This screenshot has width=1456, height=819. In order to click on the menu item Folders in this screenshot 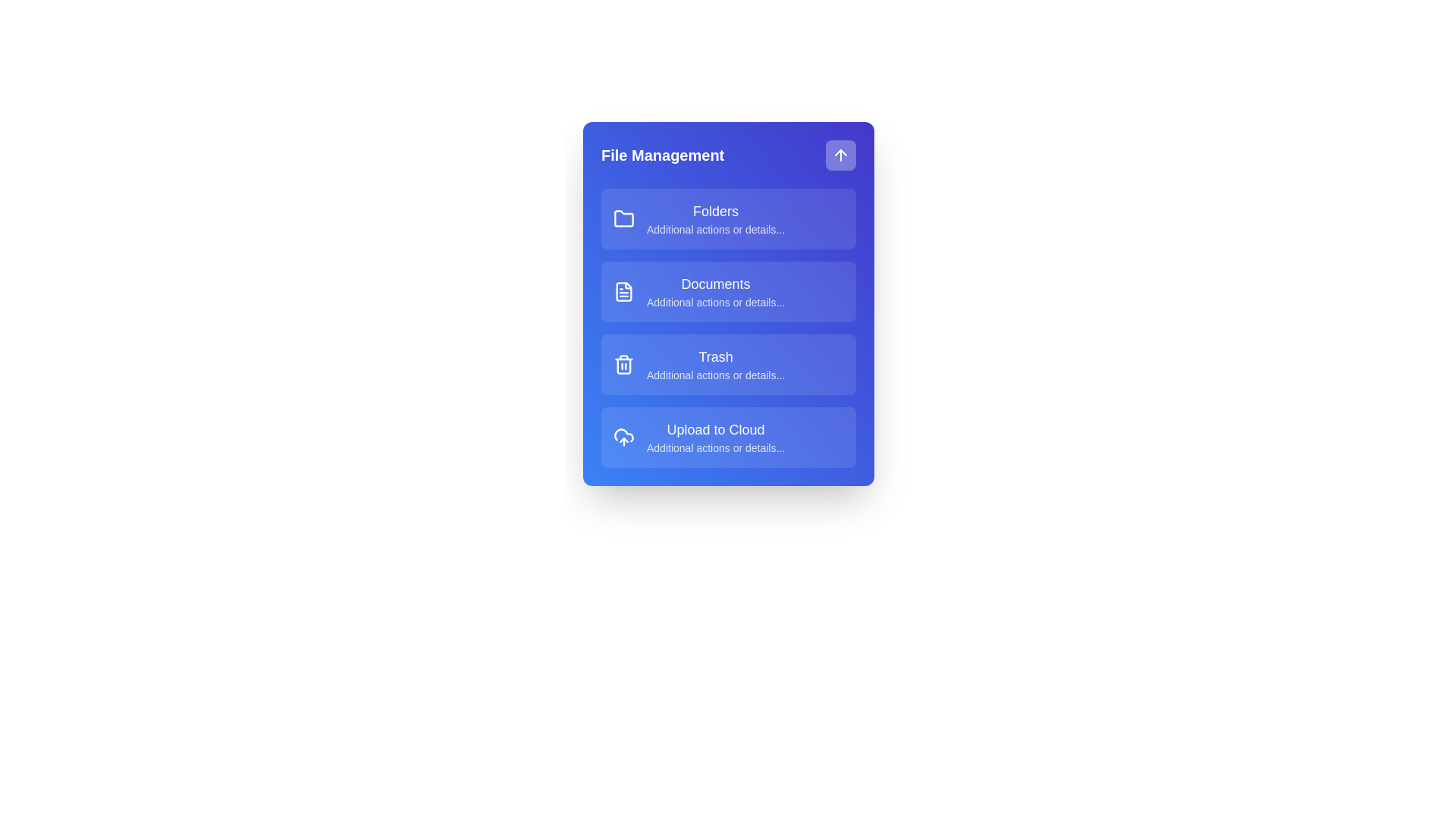, I will do `click(728, 219)`.